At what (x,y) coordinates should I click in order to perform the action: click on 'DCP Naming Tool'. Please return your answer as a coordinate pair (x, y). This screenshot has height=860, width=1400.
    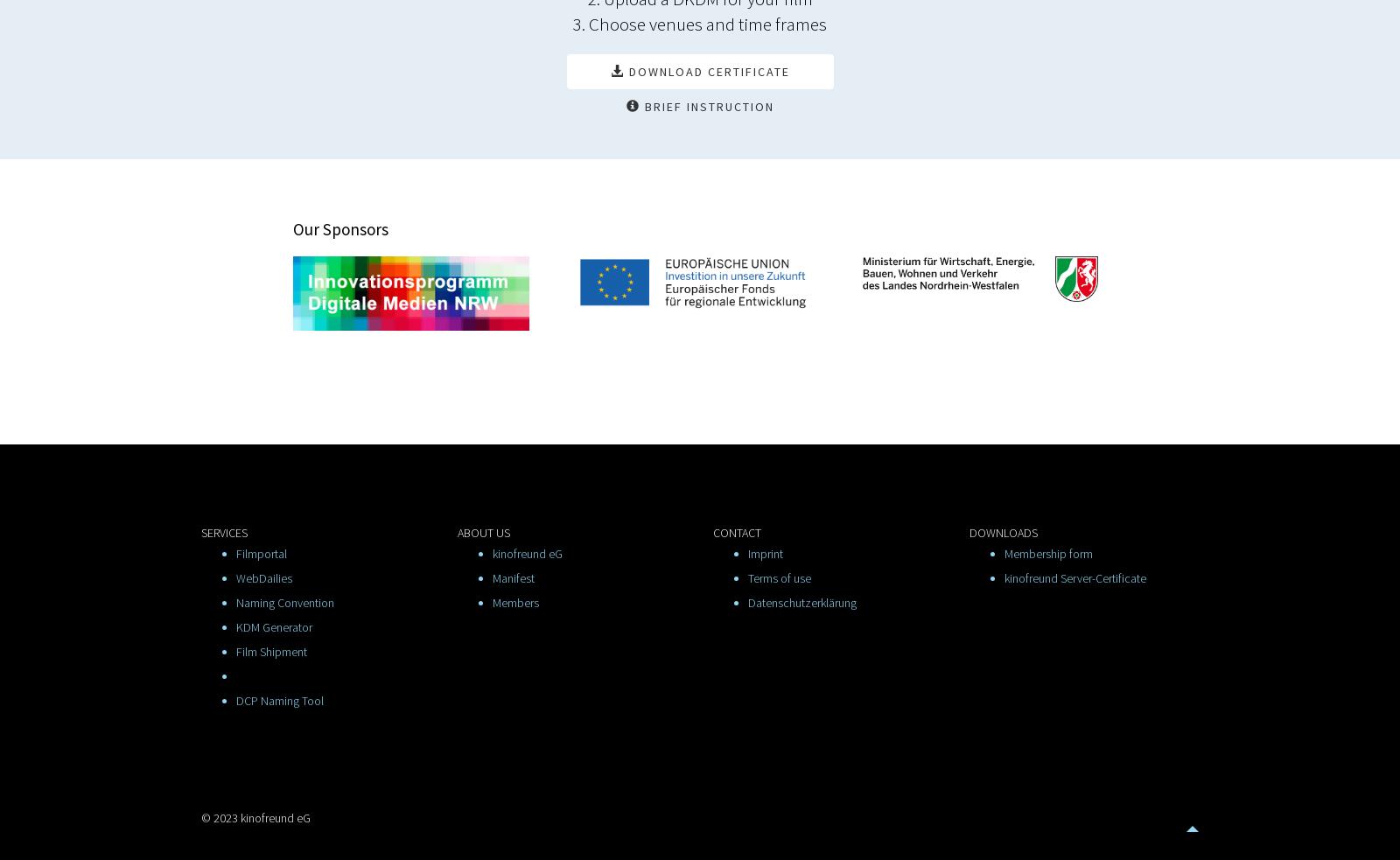
    Looking at the image, I should click on (280, 700).